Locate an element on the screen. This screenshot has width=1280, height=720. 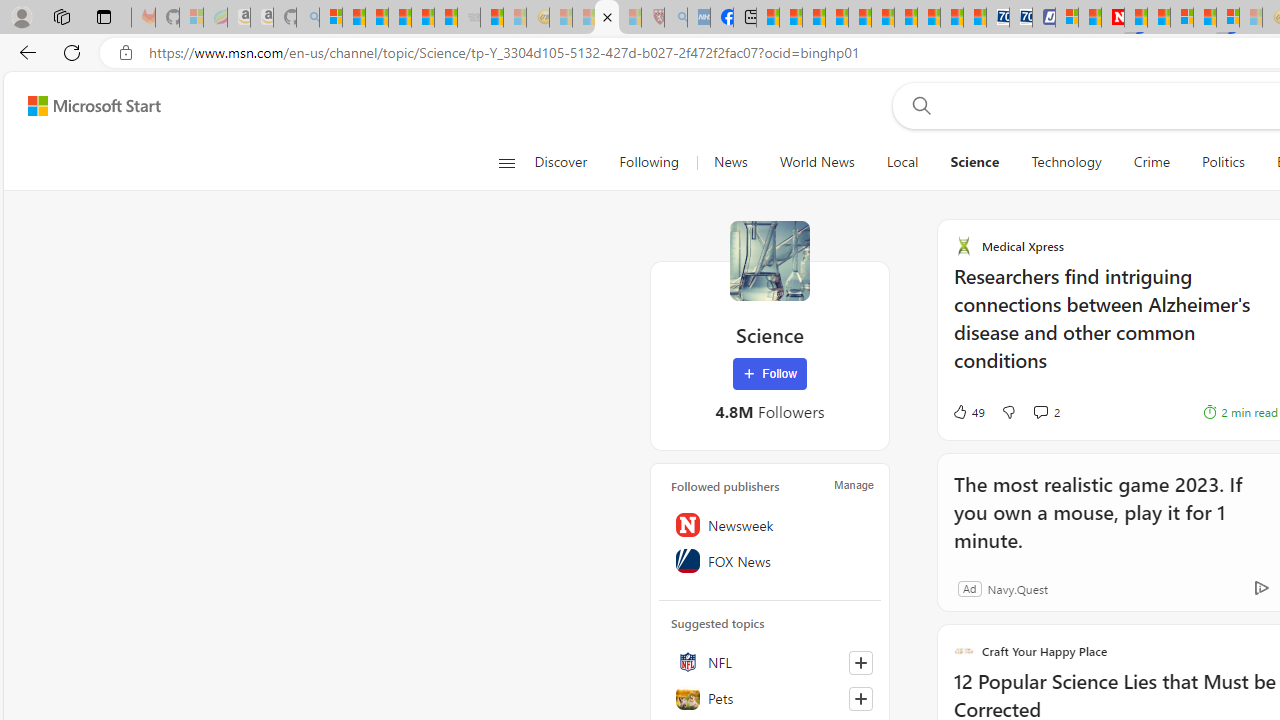
'Climate Damage Becomes Too Severe To Reverse' is located at coordinates (837, 17).